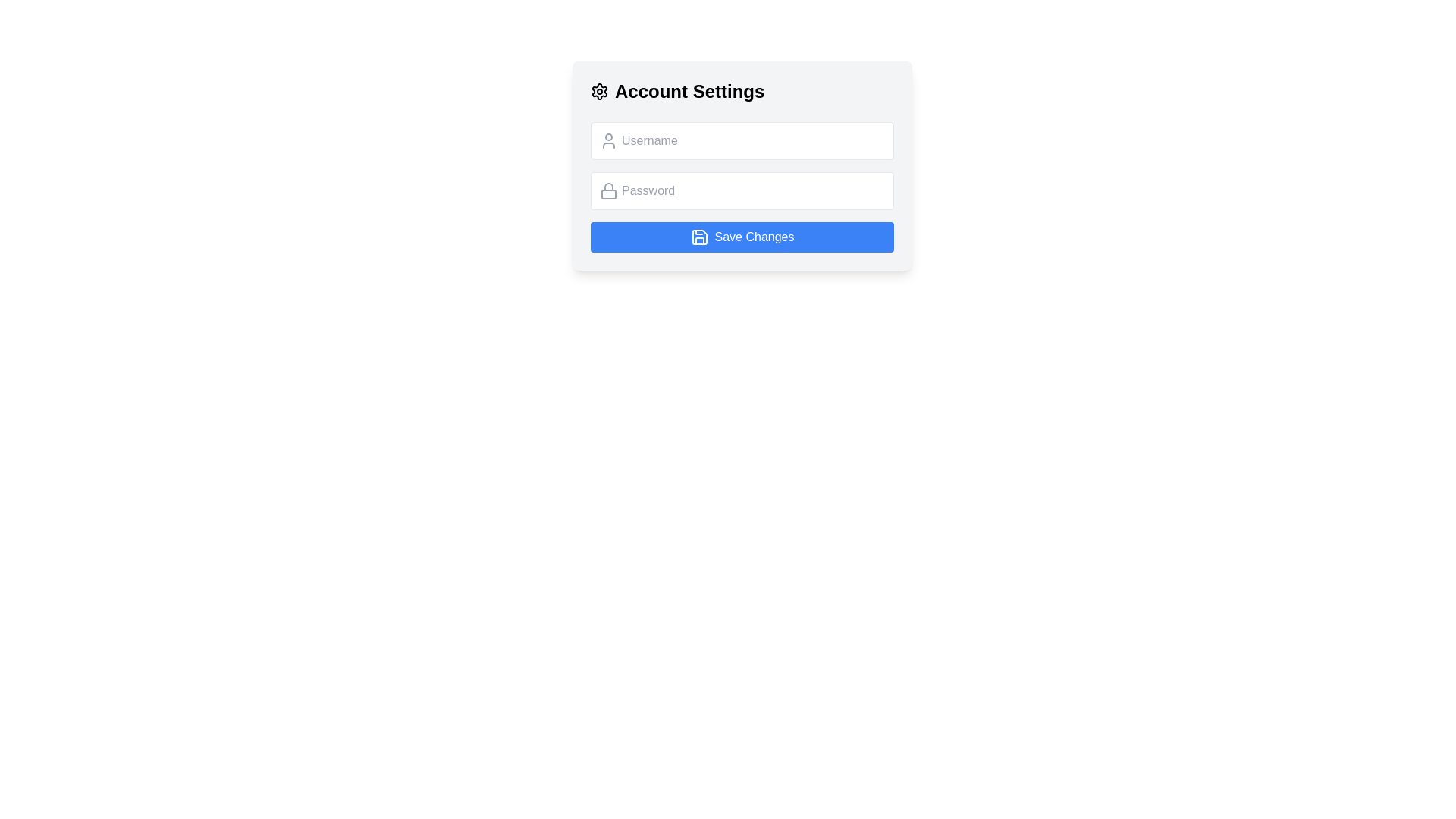 The width and height of the screenshot is (1456, 819). I want to click on the user profile icon, which is a gray SVG icon depicting a person, located to the left of the 'Username' text input field, so click(608, 140).